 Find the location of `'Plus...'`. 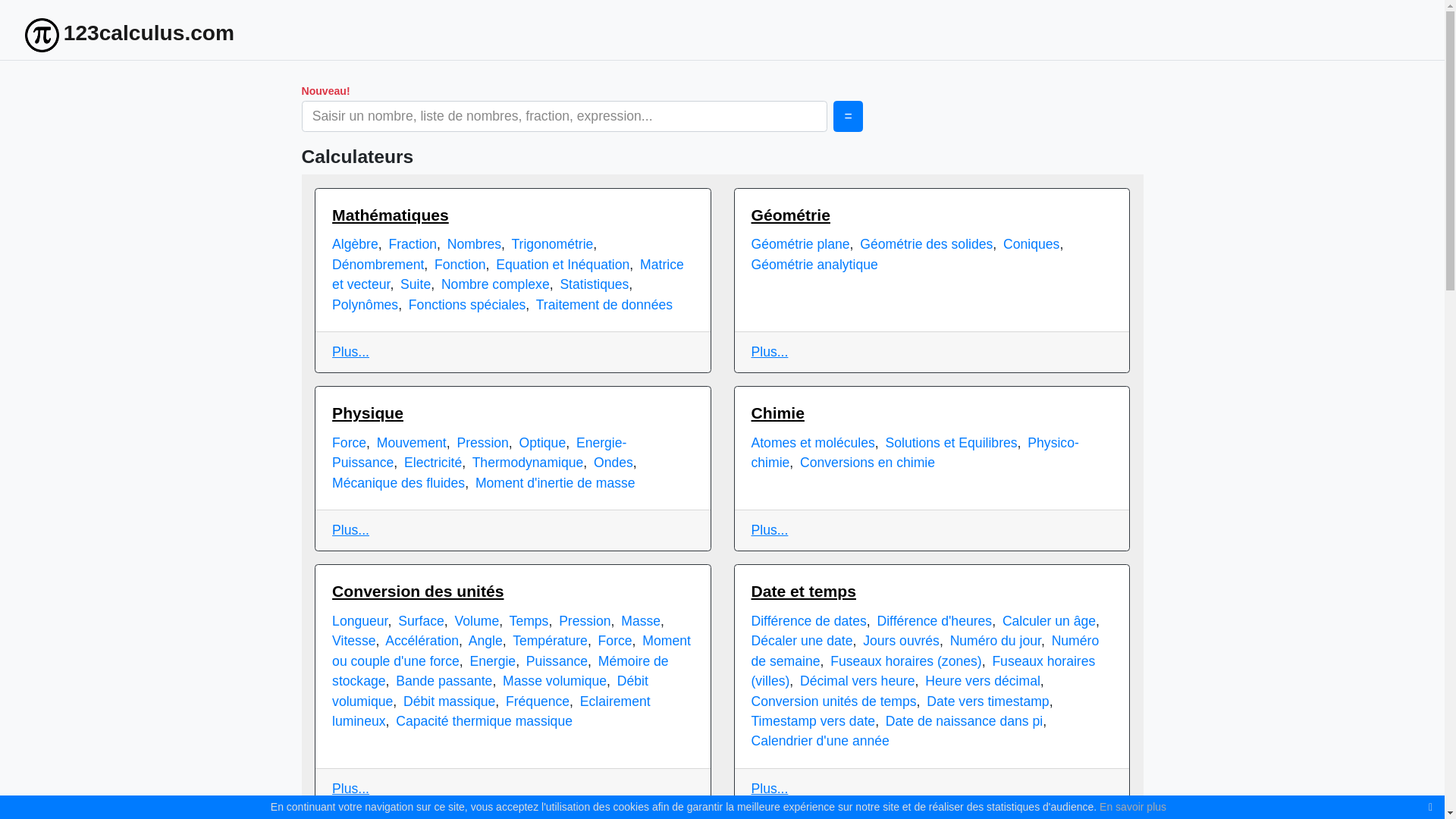

'Plus...' is located at coordinates (350, 351).